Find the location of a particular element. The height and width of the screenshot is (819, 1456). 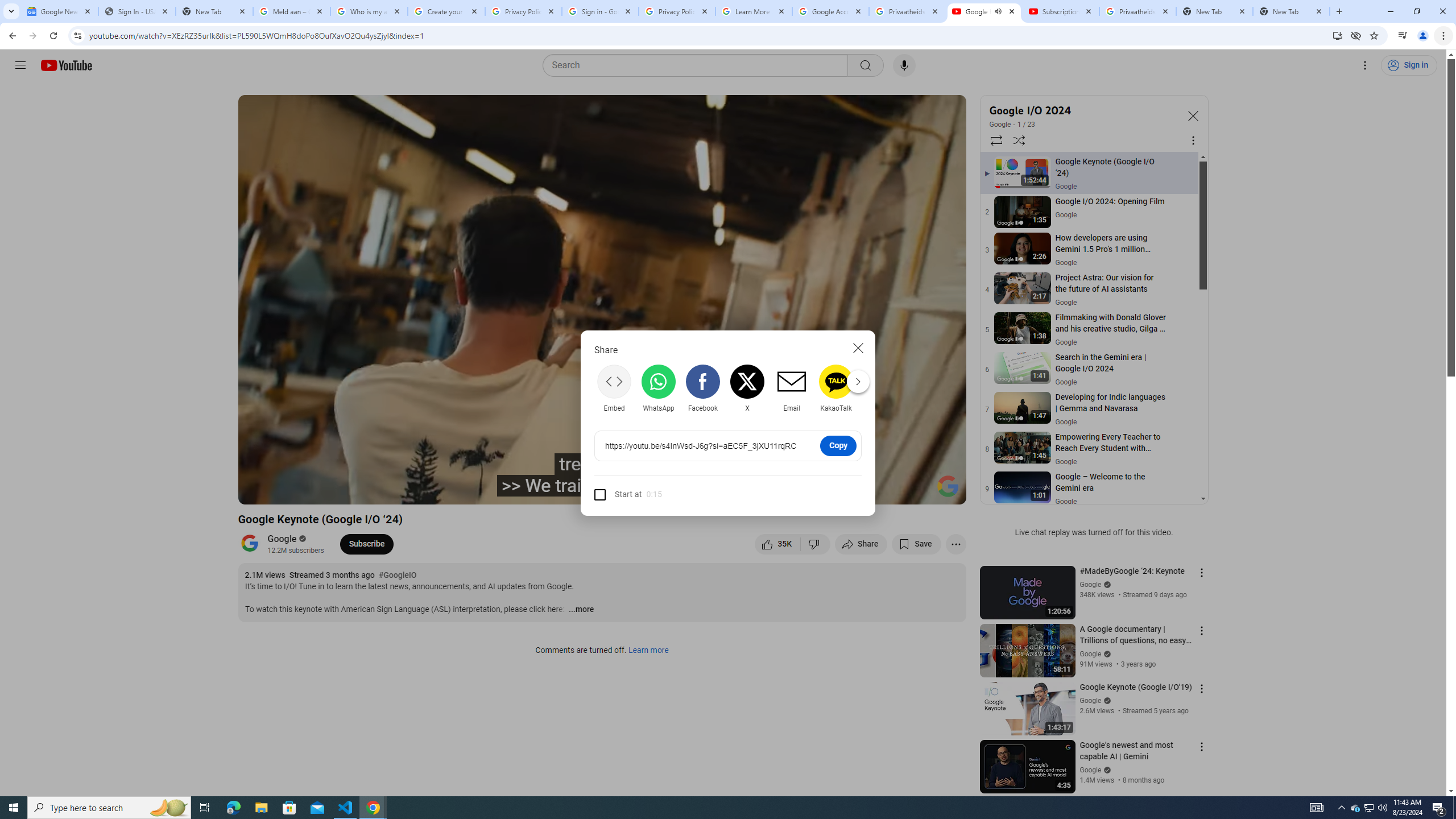

'Facebook' is located at coordinates (702, 387).